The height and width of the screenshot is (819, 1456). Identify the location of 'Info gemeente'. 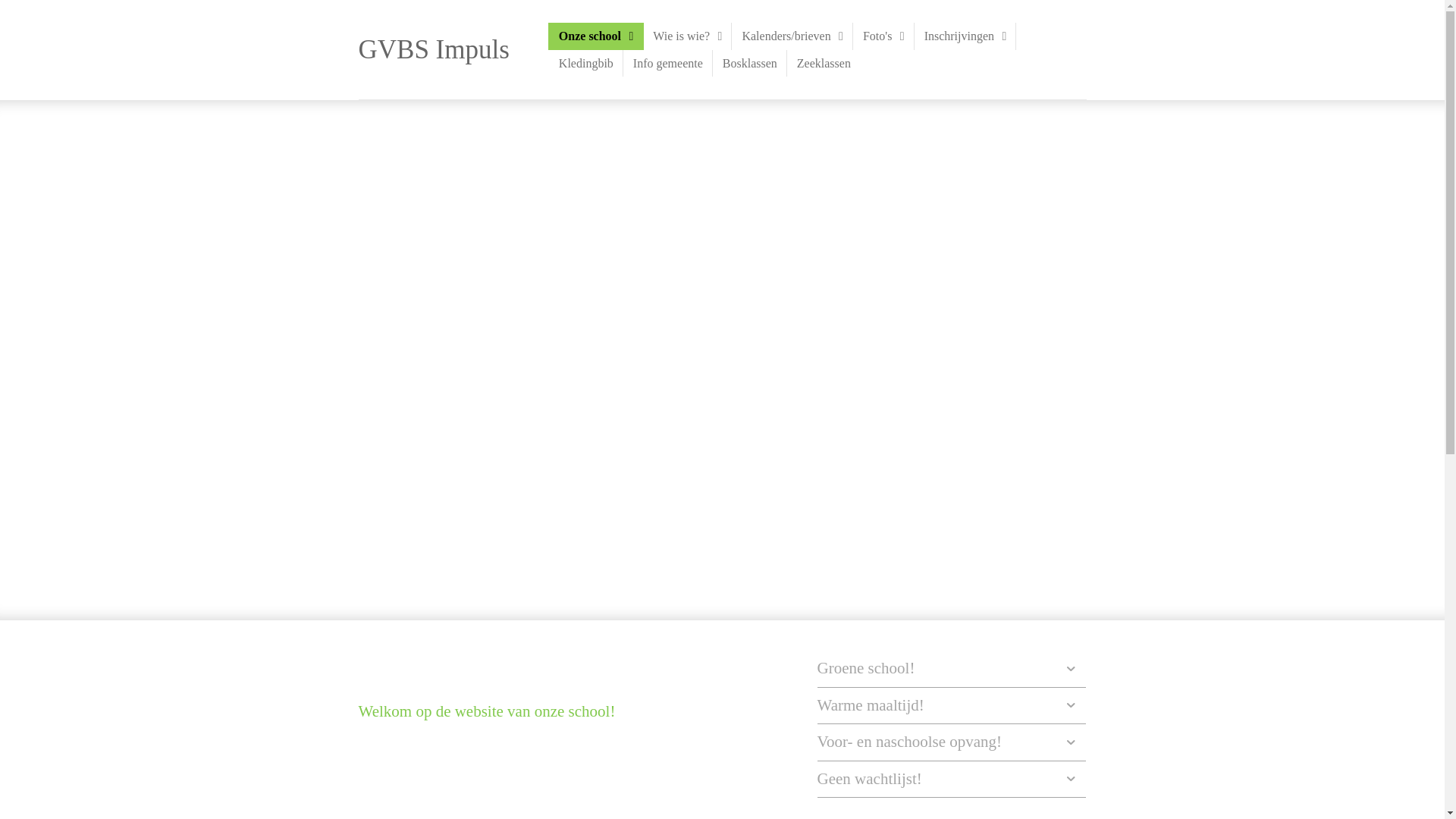
(667, 63).